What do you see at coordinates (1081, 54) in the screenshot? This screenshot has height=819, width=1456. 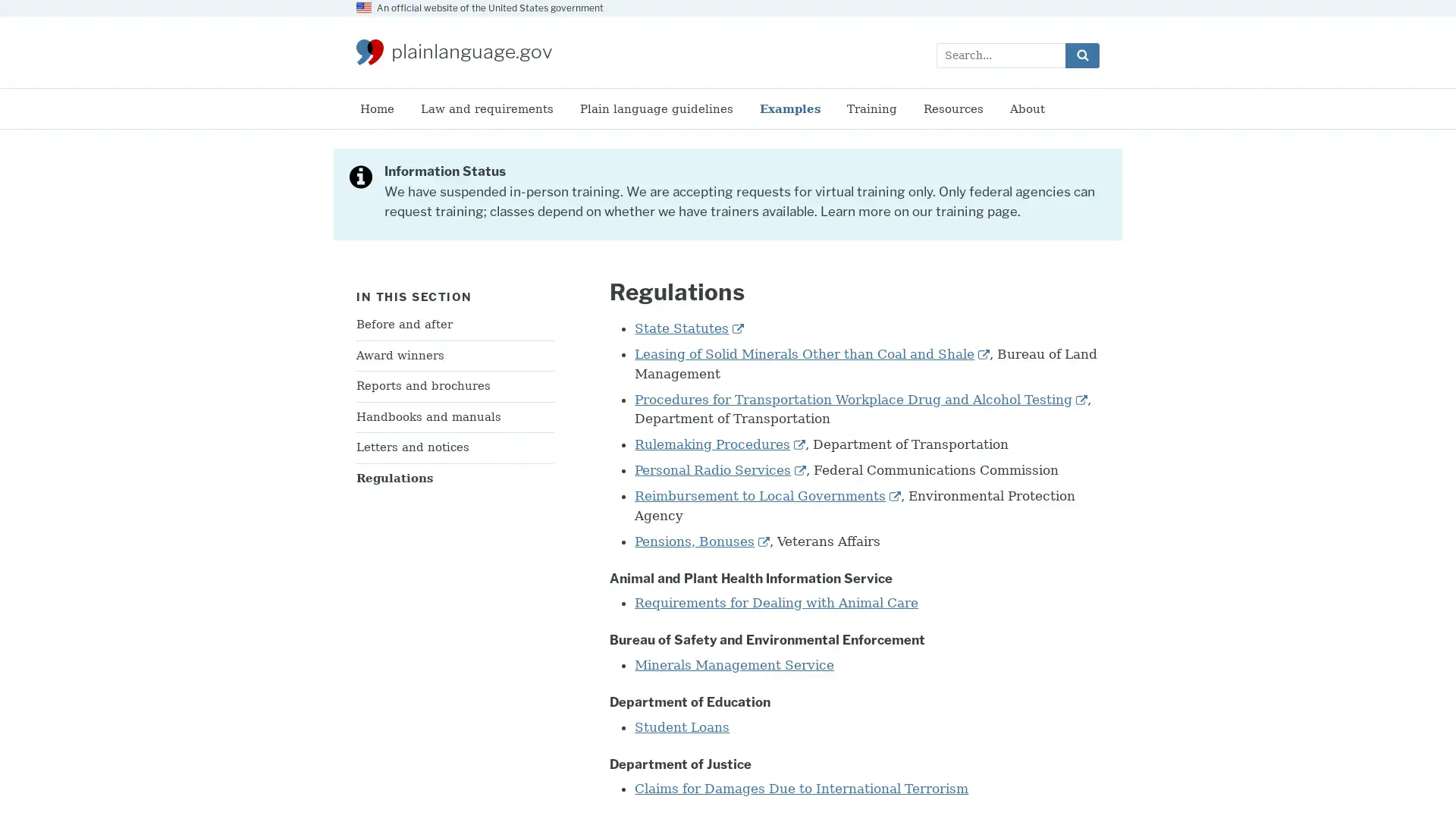 I see `Search` at bounding box center [1081, 54].